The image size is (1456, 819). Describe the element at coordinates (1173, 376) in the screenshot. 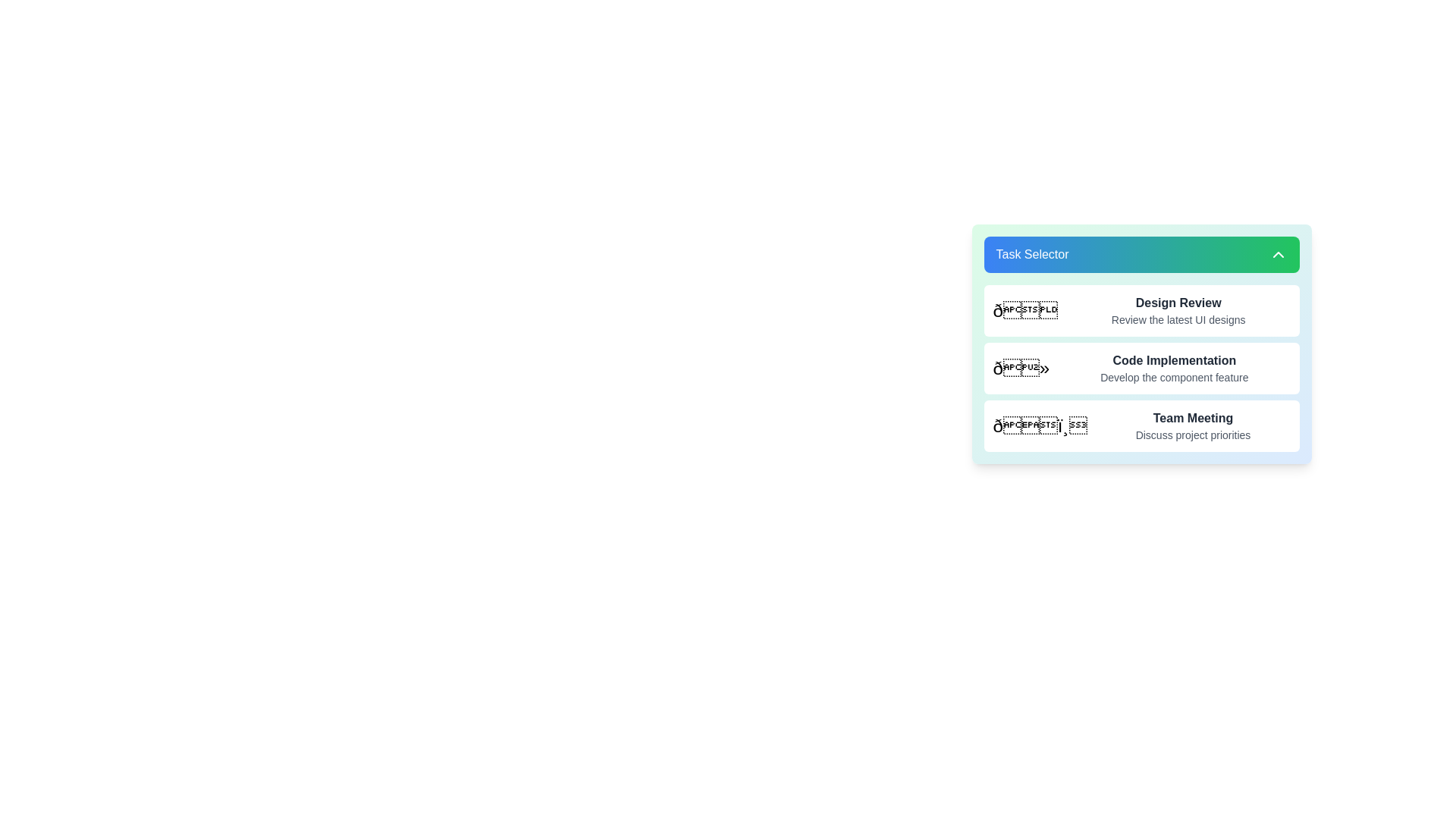

I see `the text label displaying 'Develop the component feature', which is styled plainly in gray 600 and positioned below 'Code Implementation'` at that location.